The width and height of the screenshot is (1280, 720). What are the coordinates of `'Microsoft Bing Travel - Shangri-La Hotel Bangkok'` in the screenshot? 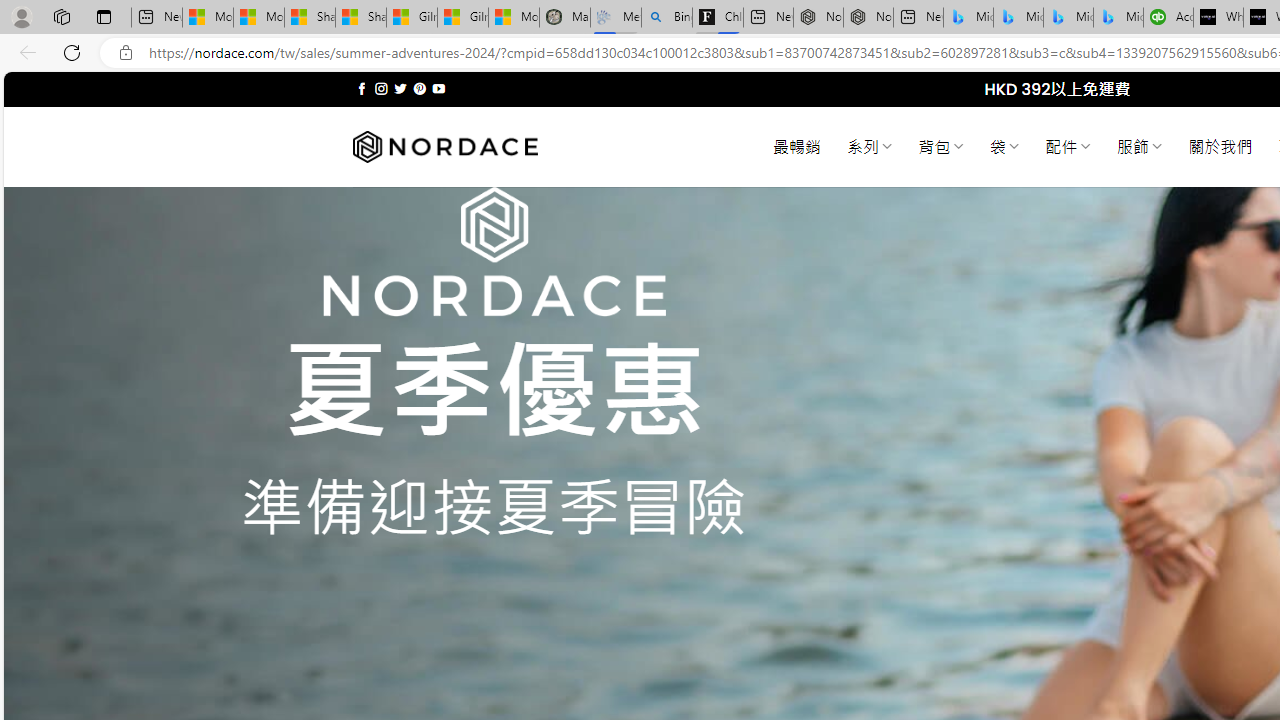 It's located at (1117, 17).